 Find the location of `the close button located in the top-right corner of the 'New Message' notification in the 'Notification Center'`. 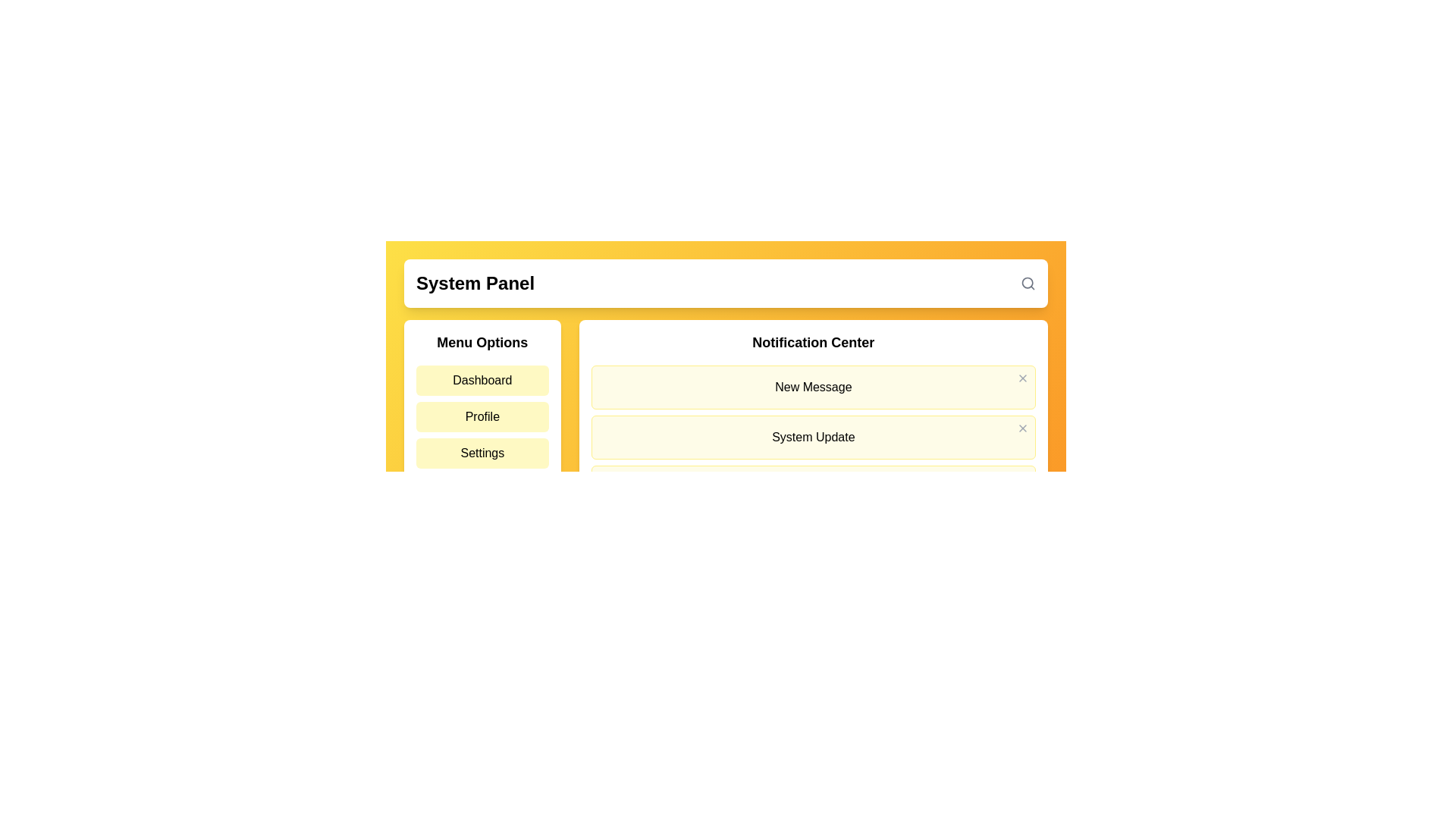

the close button located in the top-right corner of the 'New Message' notification in the 'Notification Center' is located at coordinates (1022, 377).